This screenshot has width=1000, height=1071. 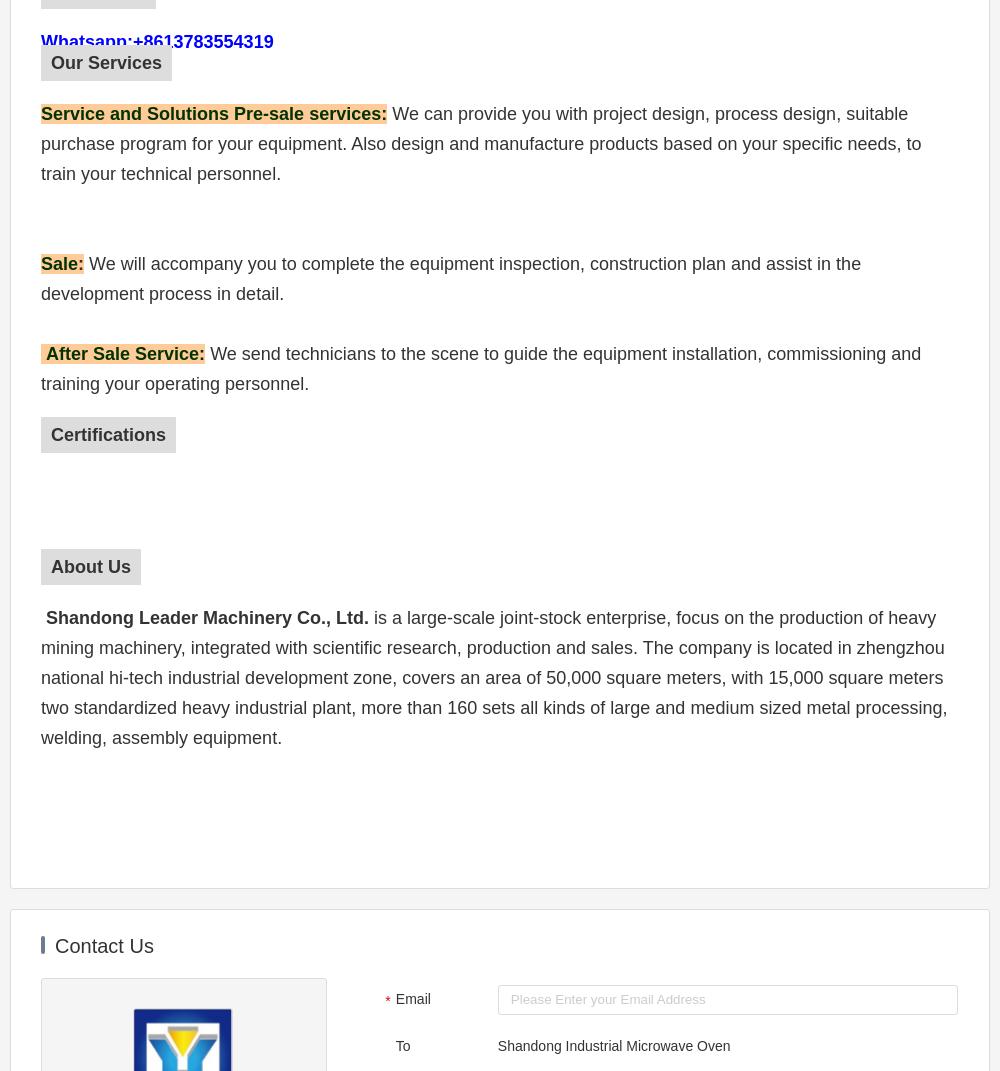 I want to click on '*', so click(x=385, y=1000).